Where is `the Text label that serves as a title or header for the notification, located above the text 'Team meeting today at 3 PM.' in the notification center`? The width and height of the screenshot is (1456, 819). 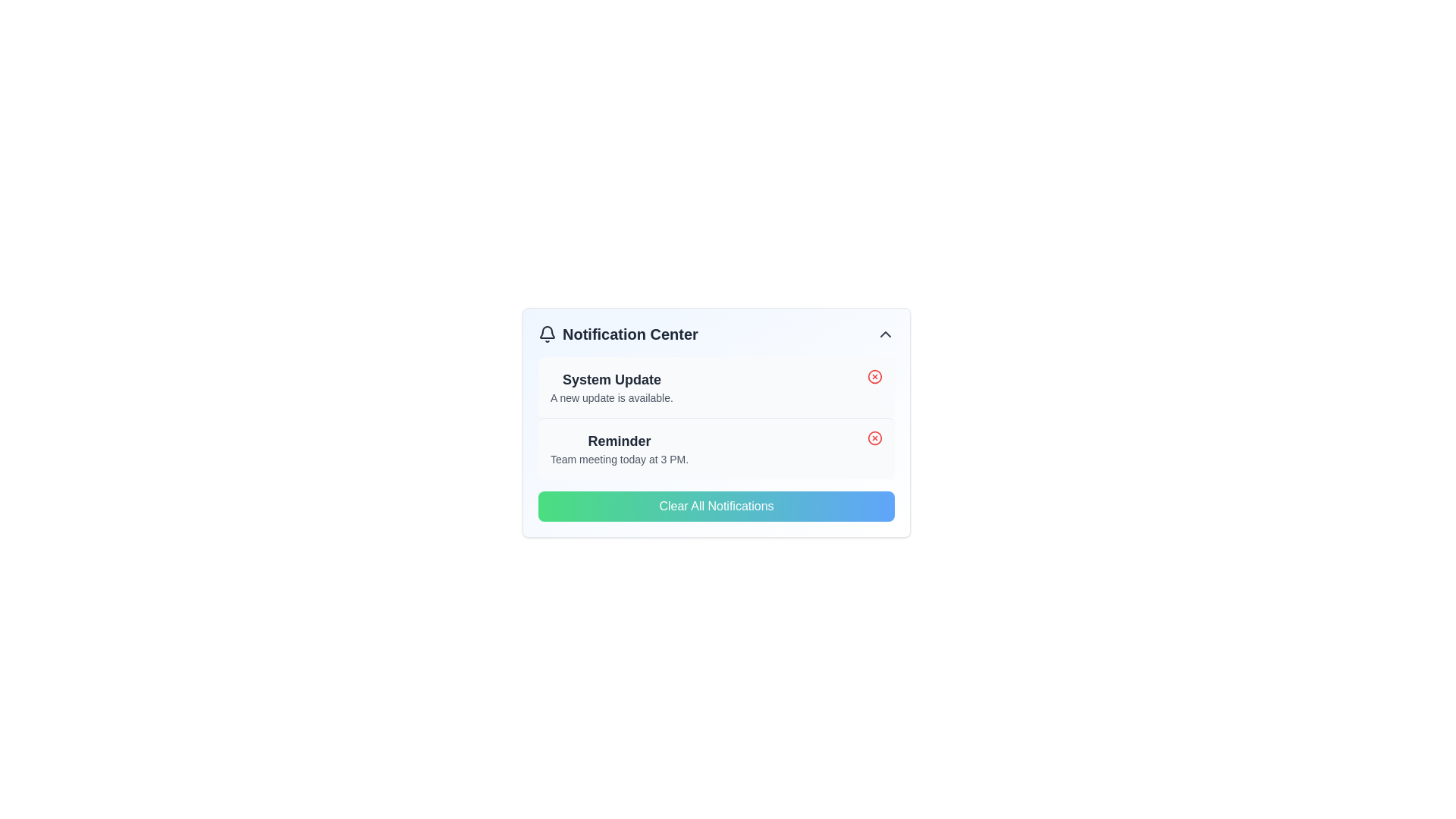 the Text label that serves as a title or header for the notification, located above the text 'Team meeting today at 3 PM.' in the notification center is located at coordinates (619, 441).